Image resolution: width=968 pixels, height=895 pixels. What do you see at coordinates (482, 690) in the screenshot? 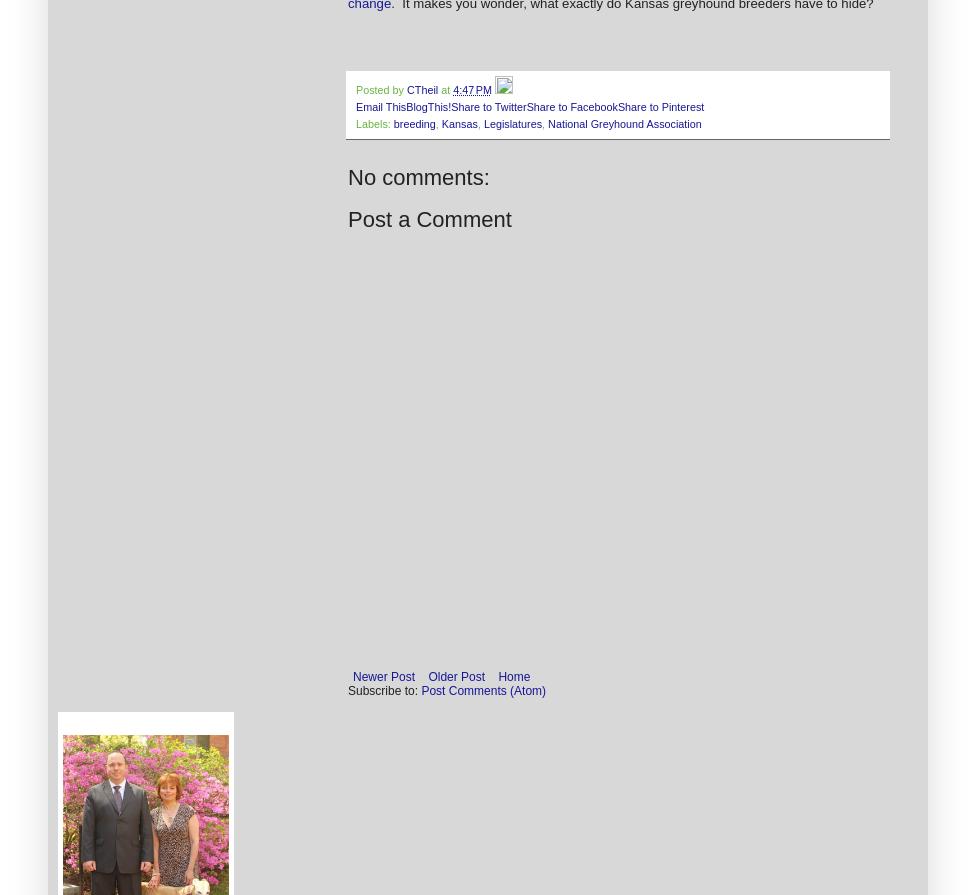
I see `'Post Comments (Atom)'` at bounding box center [482, 690].